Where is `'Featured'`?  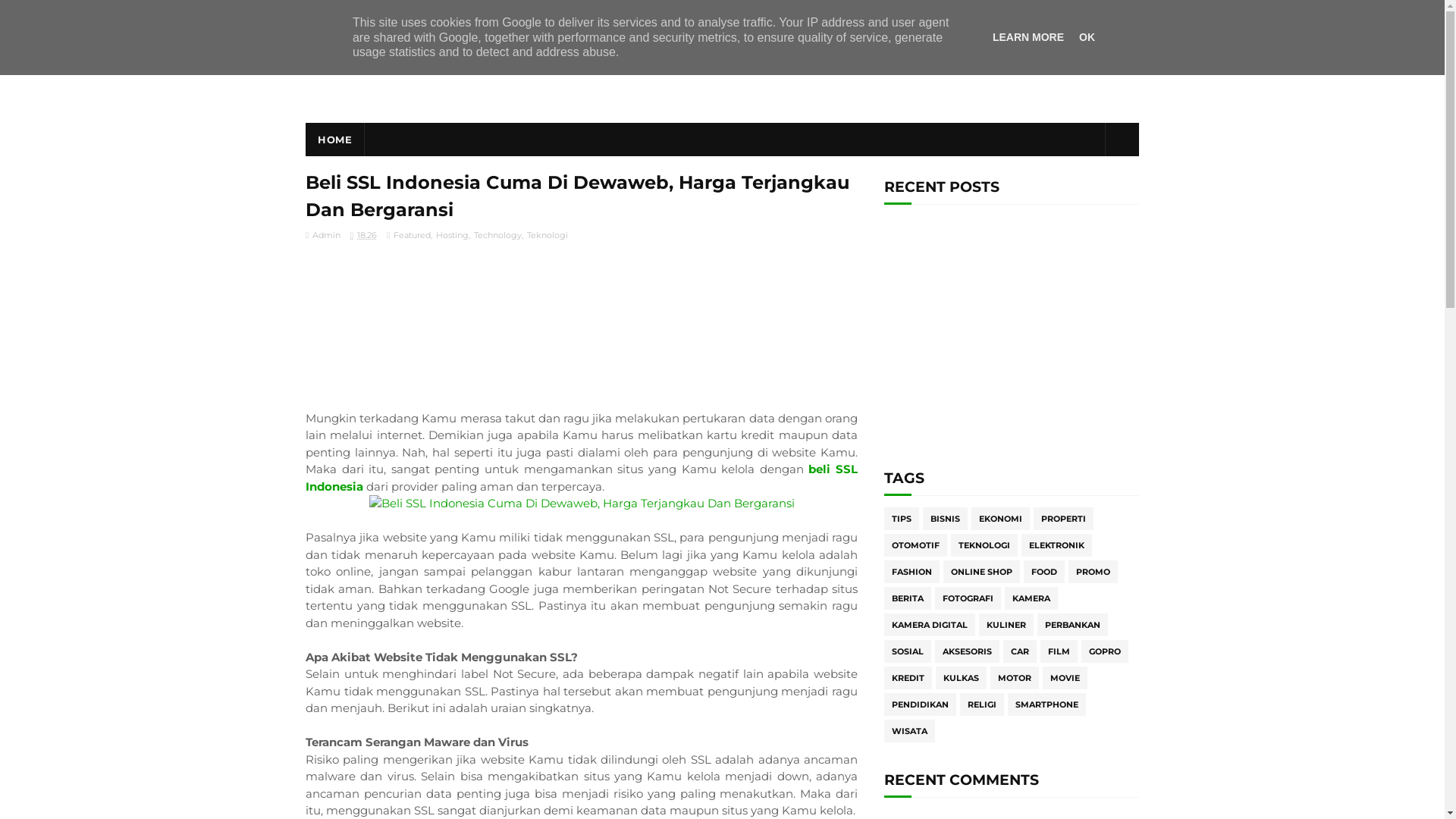
'Featured' is located at coordinates (411, 234).